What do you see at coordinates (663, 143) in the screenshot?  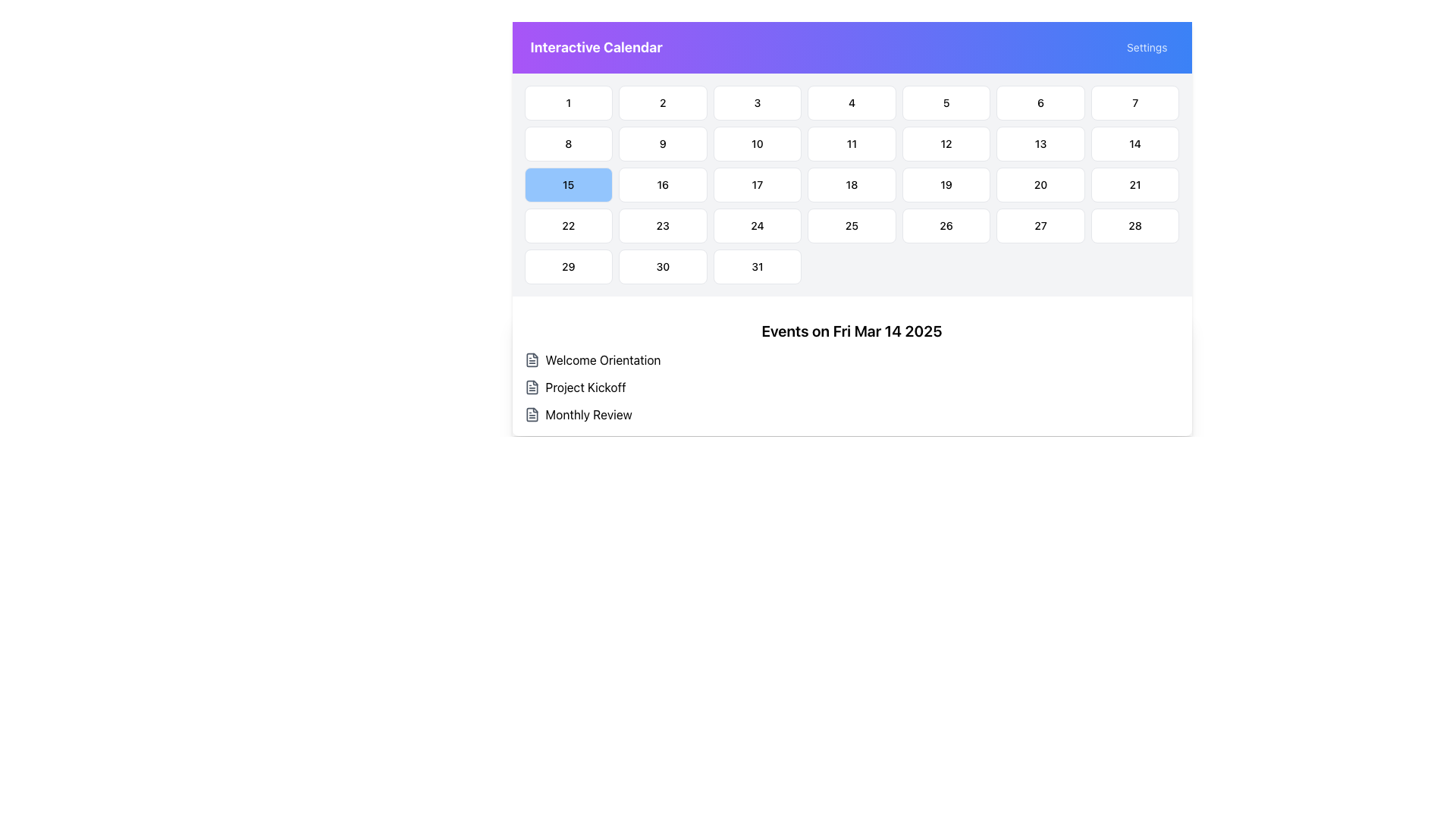 I see `the calendar date button displaying the number '9'` at bounding box center [663, 143].